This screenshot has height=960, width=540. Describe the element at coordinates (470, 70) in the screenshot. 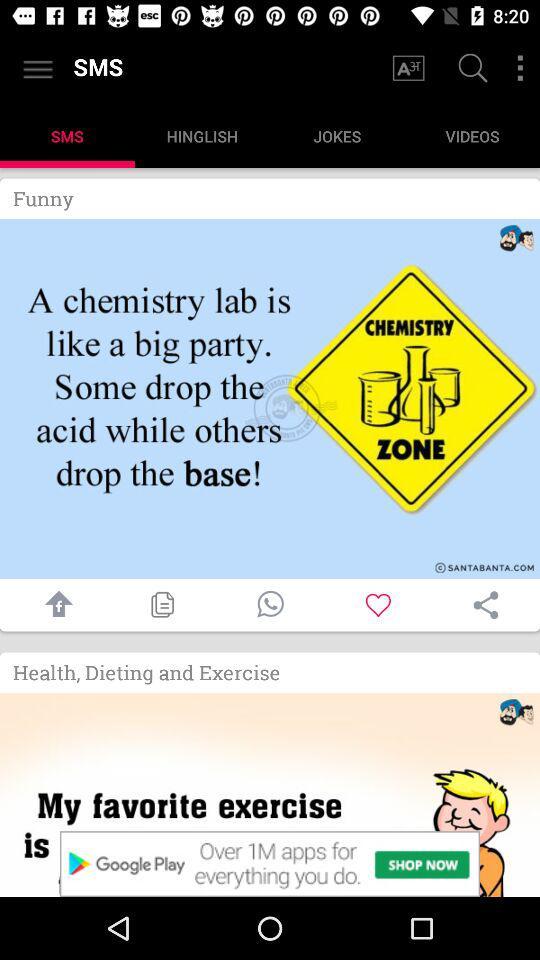

I see `search sms` at that location.